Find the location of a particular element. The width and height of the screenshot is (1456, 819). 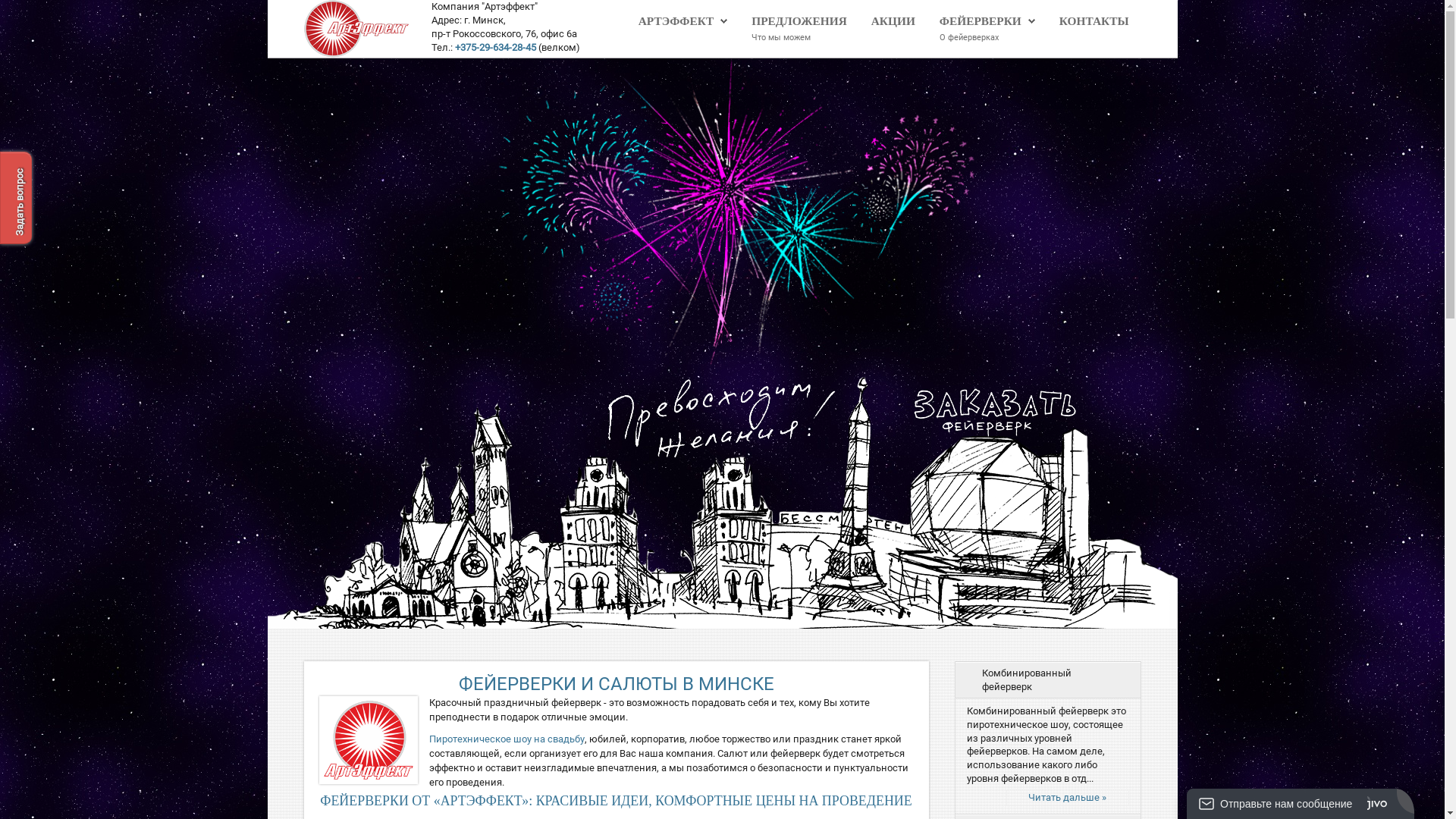

'+375-29-634-28-45' is located at coordinates (495, 46).